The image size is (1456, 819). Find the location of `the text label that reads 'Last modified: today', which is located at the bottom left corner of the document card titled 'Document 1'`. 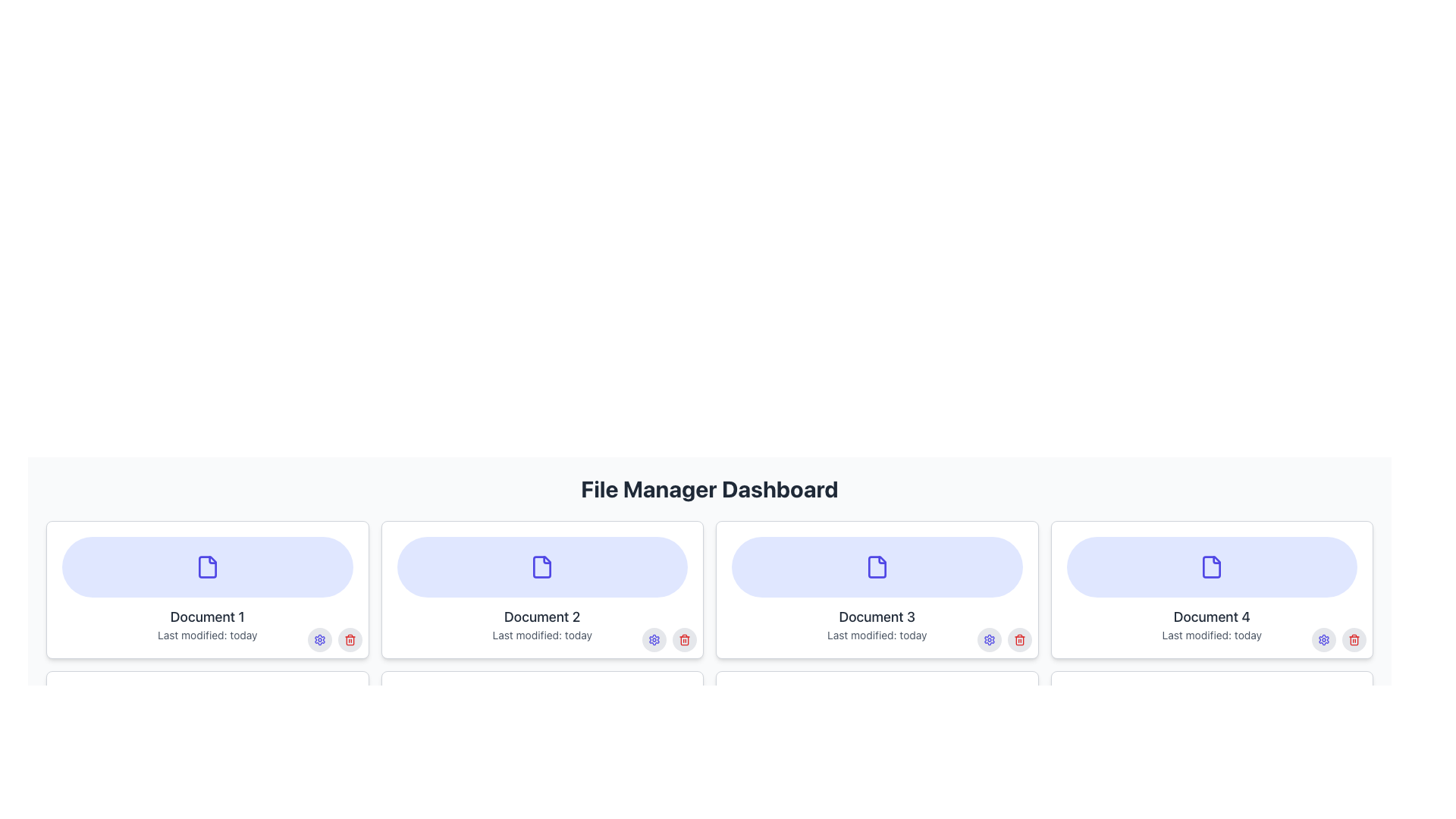

the text label that reads 'Last modified: today', which is located at the bottom left corner of the document card titled 'Document 1' is located at coordinates (206, 635).